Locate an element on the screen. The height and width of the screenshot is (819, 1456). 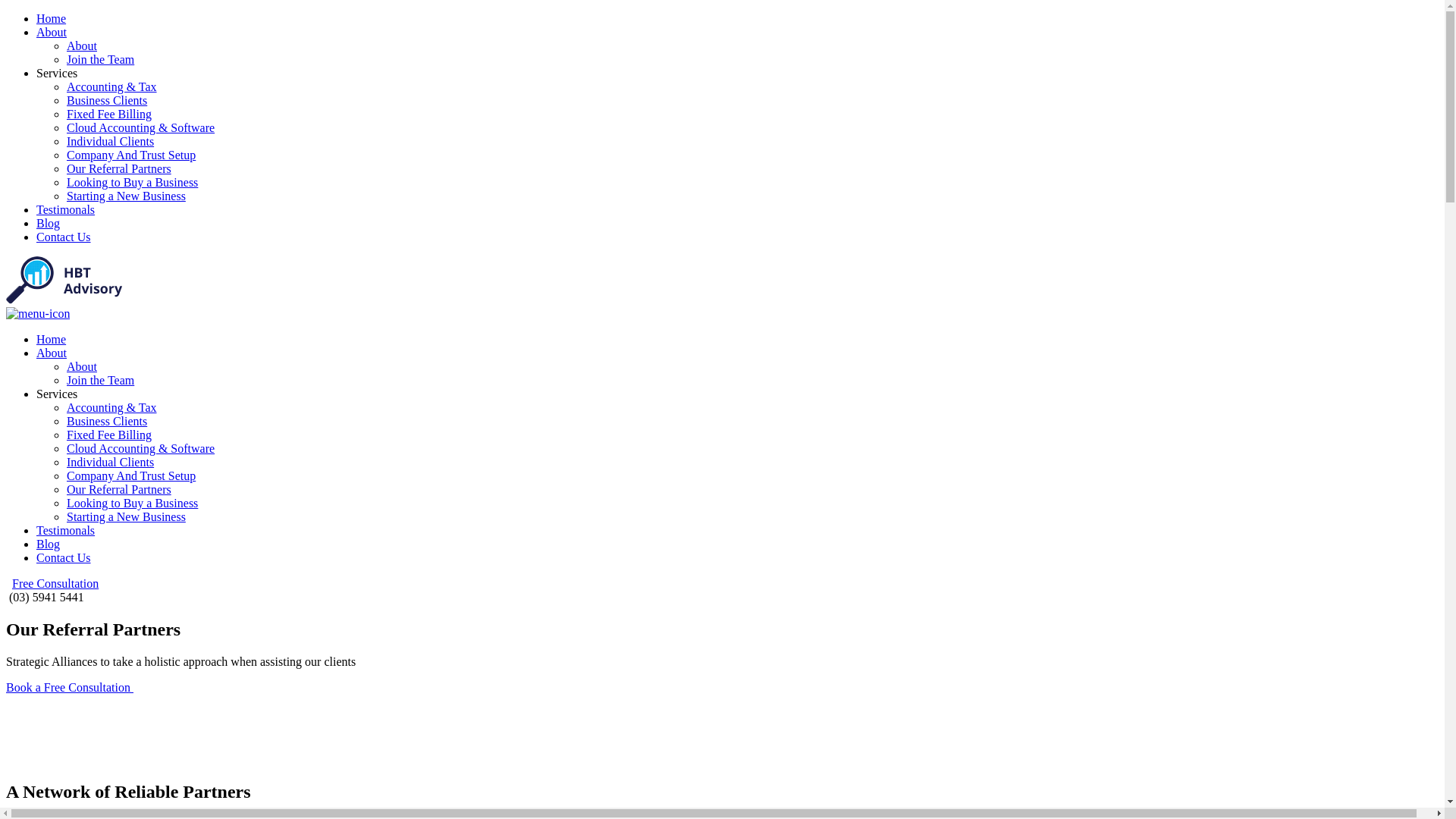
'Business Clients' is located at coordinates (105, 100).